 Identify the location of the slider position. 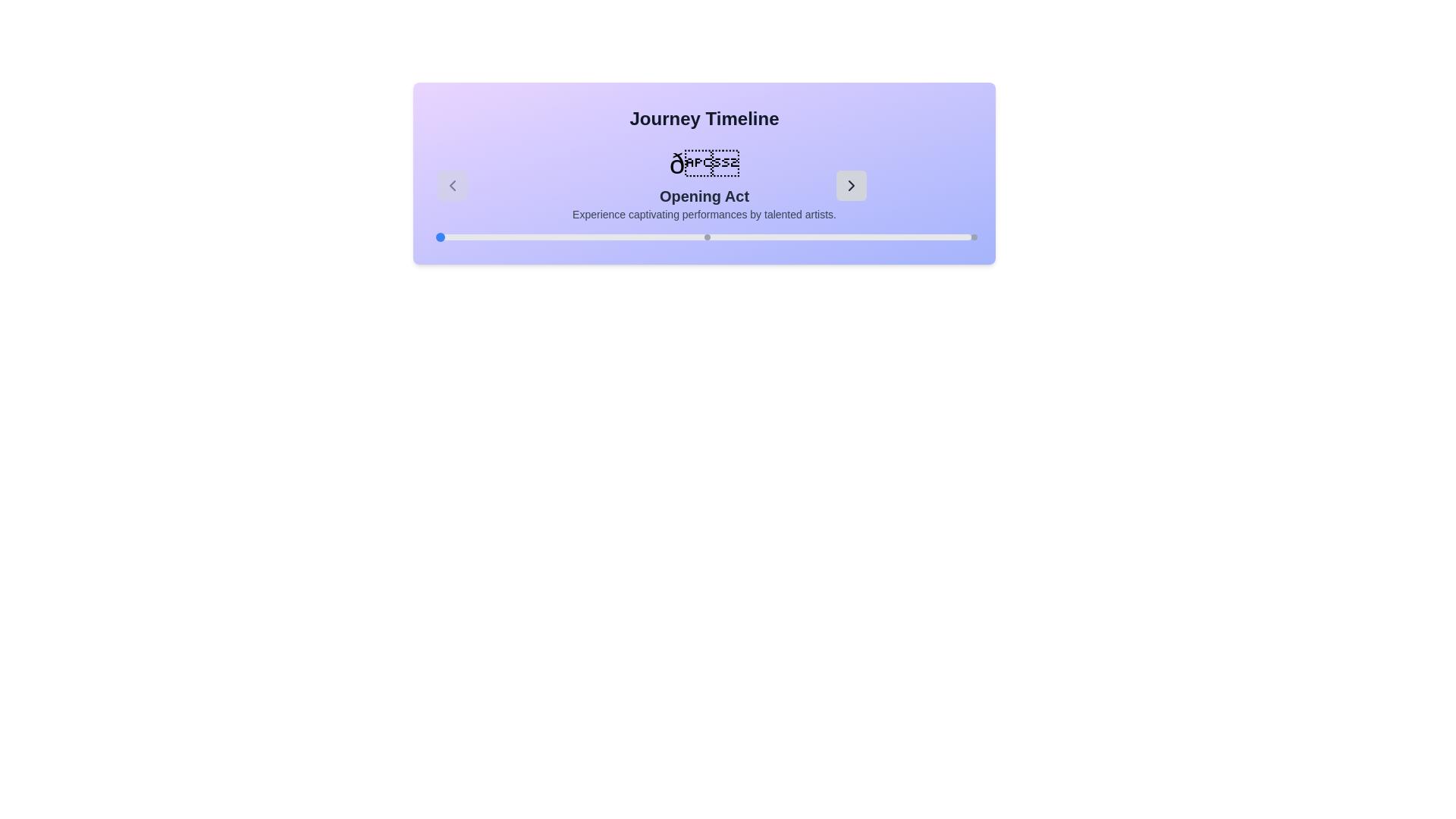
(491, 237).